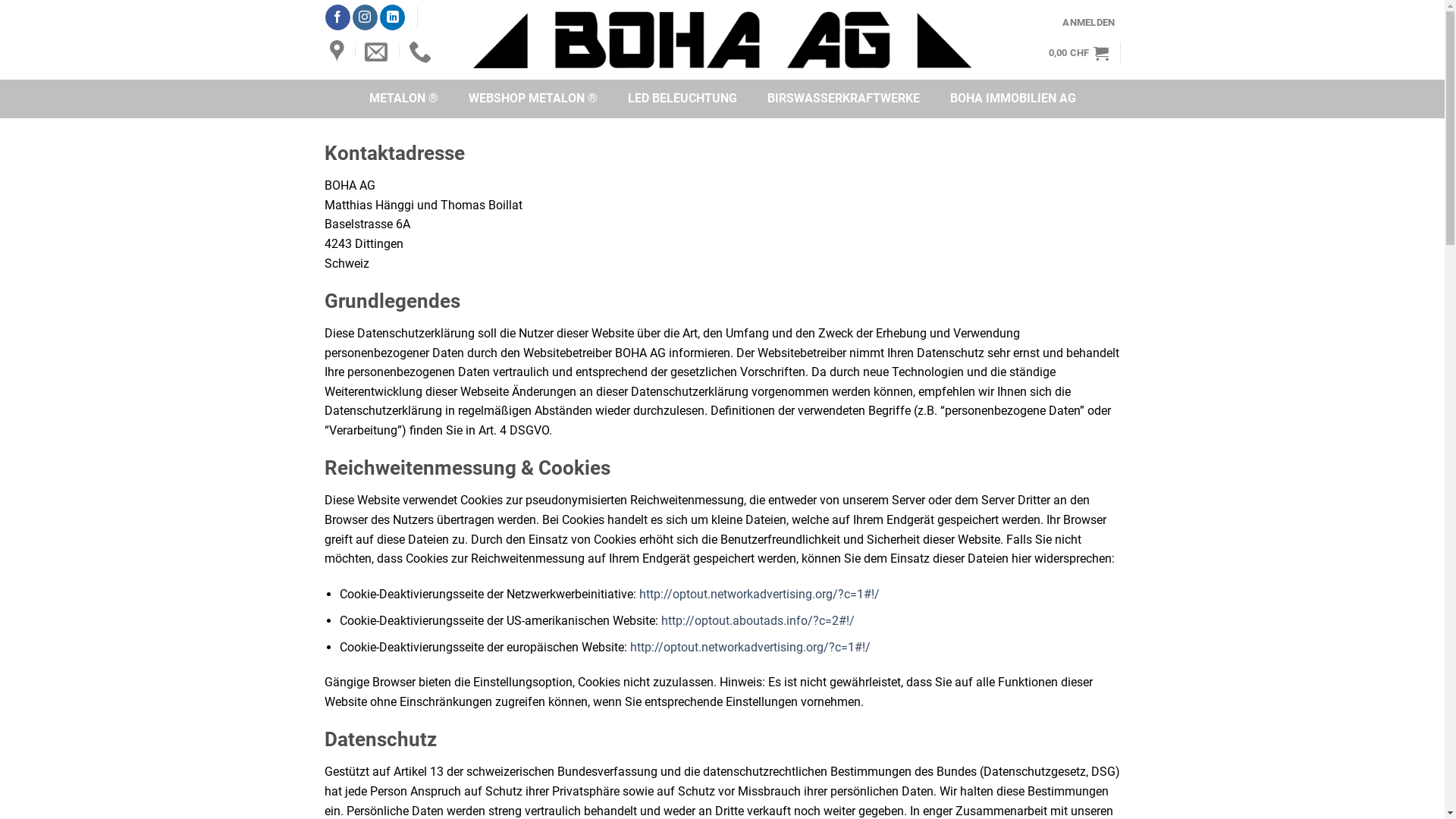  I want to click on 'BOHA IMMOBILIEN AG', so click(1012, 99).